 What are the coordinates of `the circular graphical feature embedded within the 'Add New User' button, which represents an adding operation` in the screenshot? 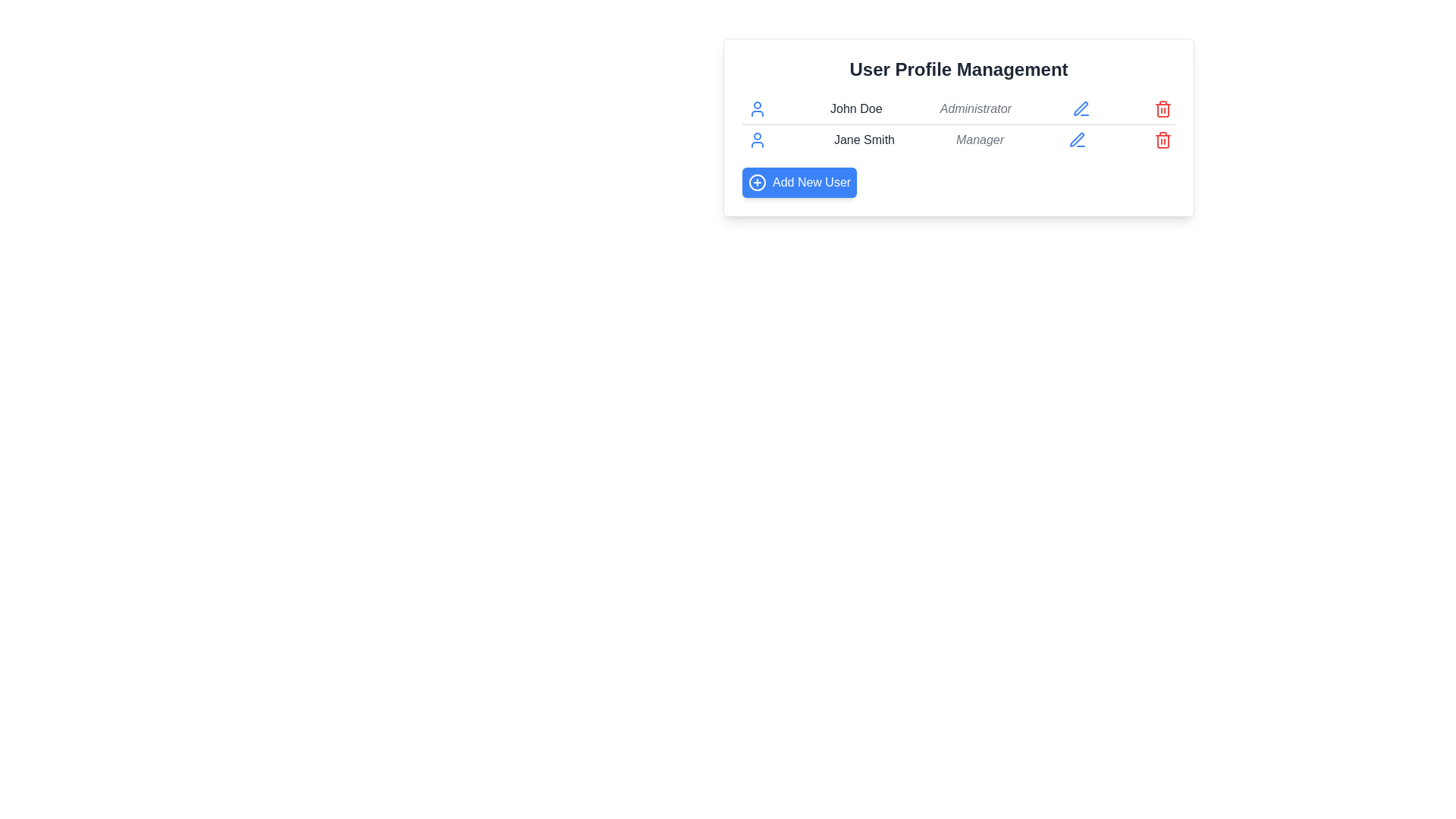 It's located at (757, 181).